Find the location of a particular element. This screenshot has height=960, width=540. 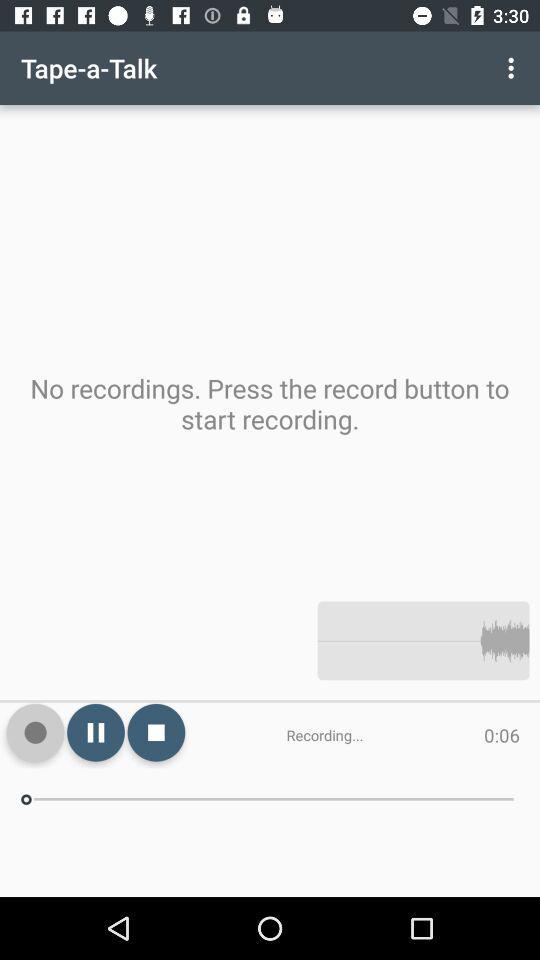

item at the top right corner is located at coordinates (513, 68).